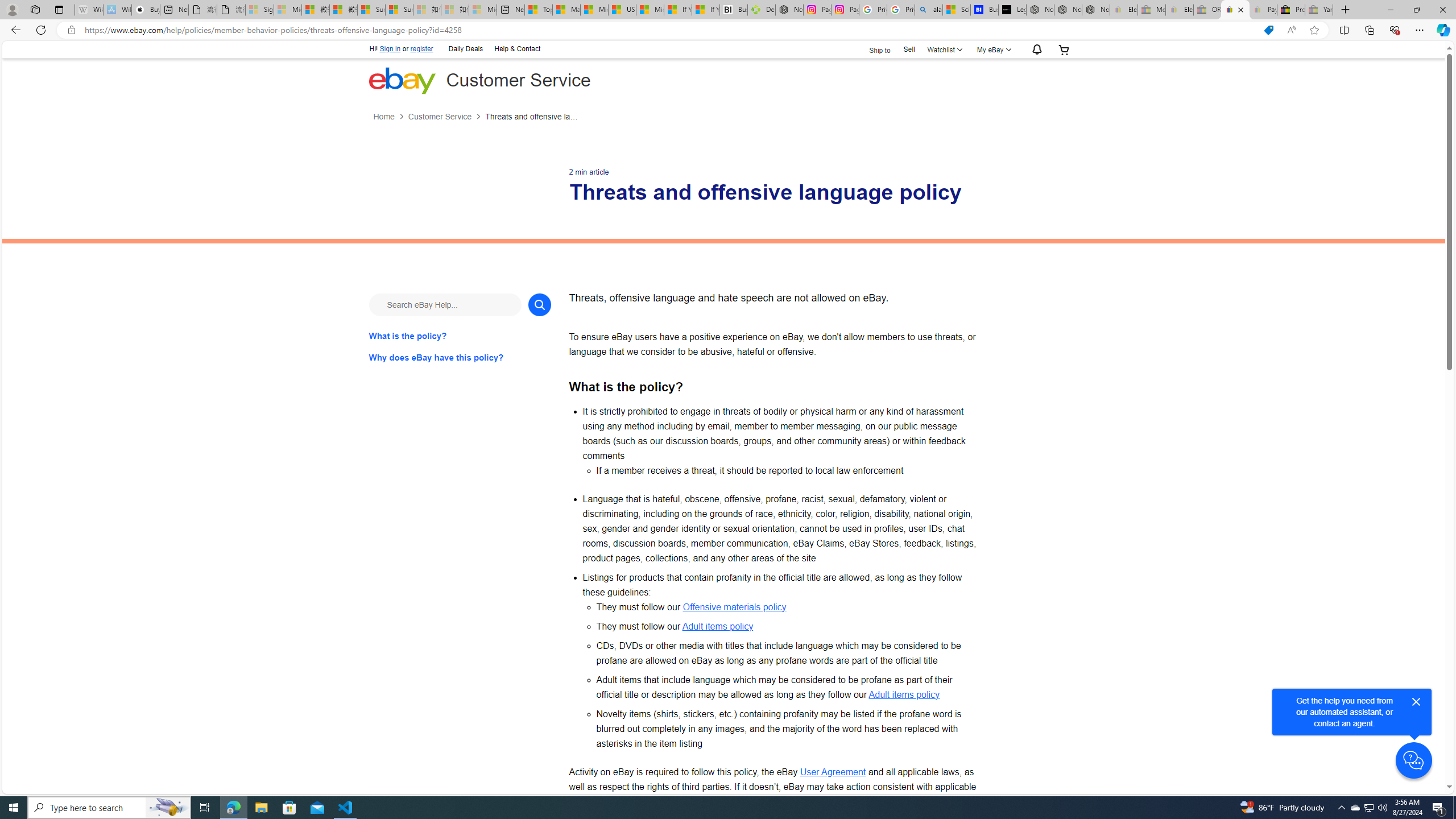 The image size is (1456, 819). What do you see at coordinates (401, 80) in the screenshot?
I see `'eBay Home'` at bounding box center [401, 80].